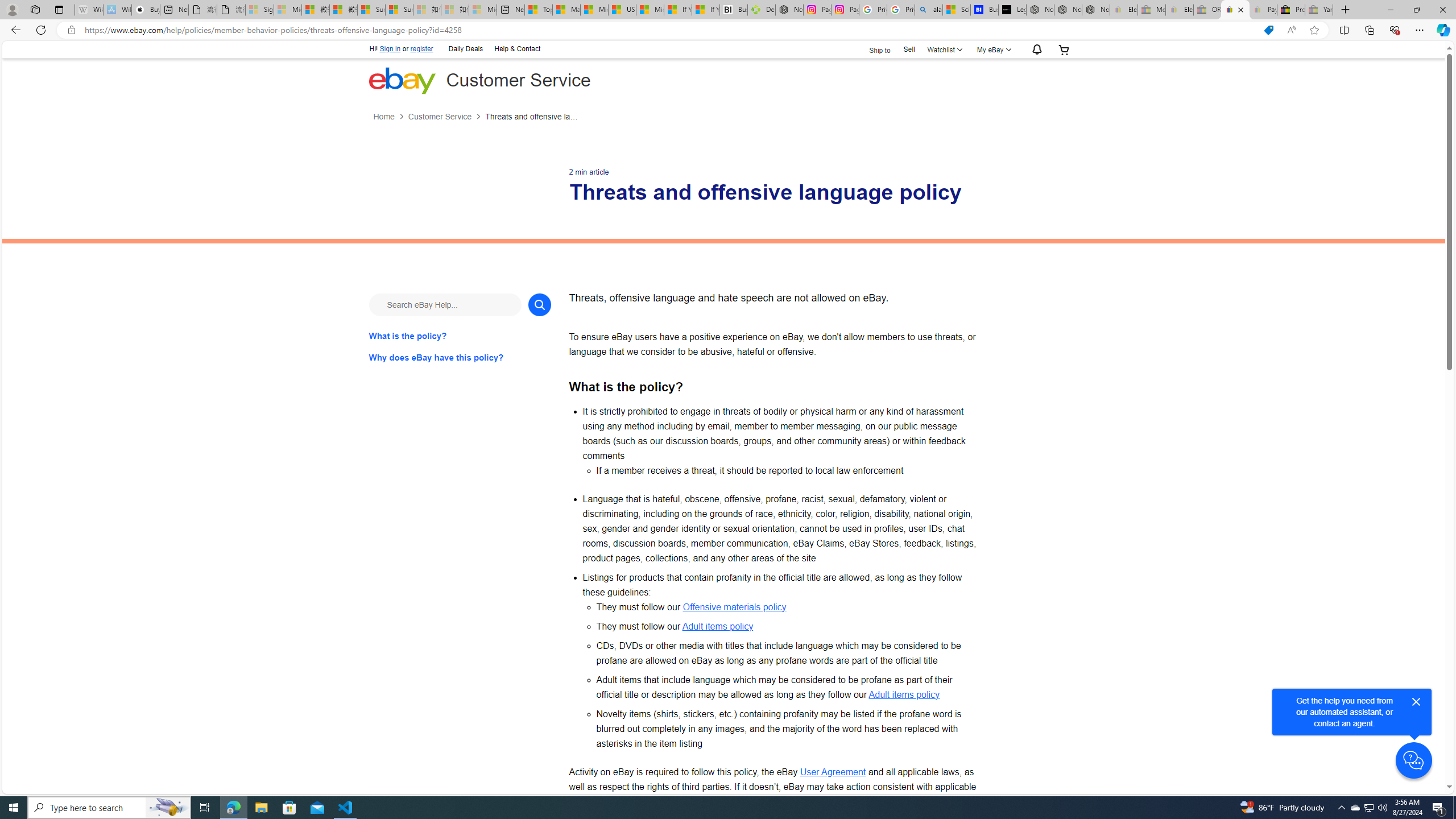 The image size is (1456, 819). What do you see at coordinates (401, 80) in the screenshot?
I see `'eBay Home'` at bounding box center [401, 80].